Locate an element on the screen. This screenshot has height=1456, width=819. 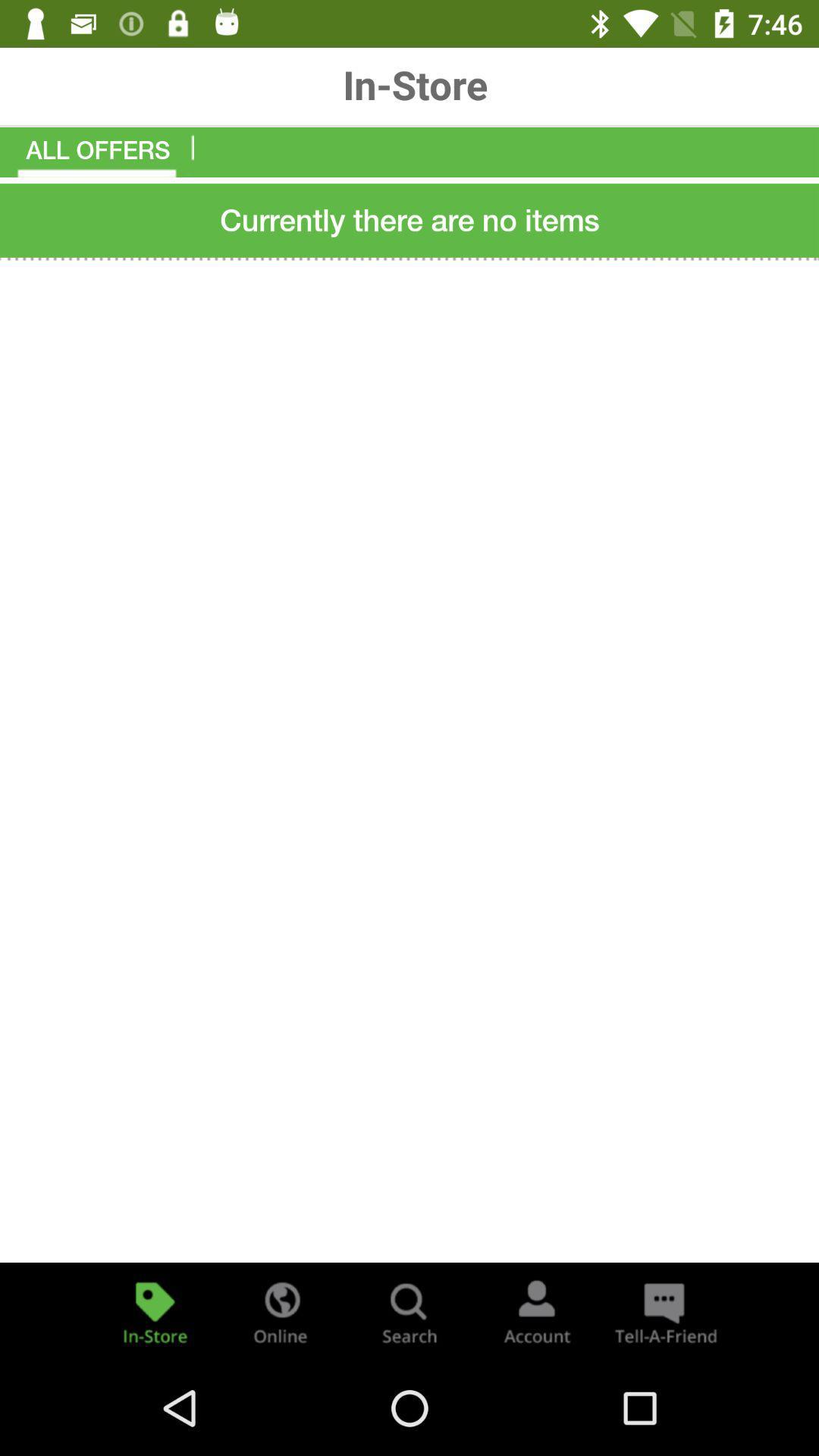
search toolbar is located at coordinates (409, 1310).